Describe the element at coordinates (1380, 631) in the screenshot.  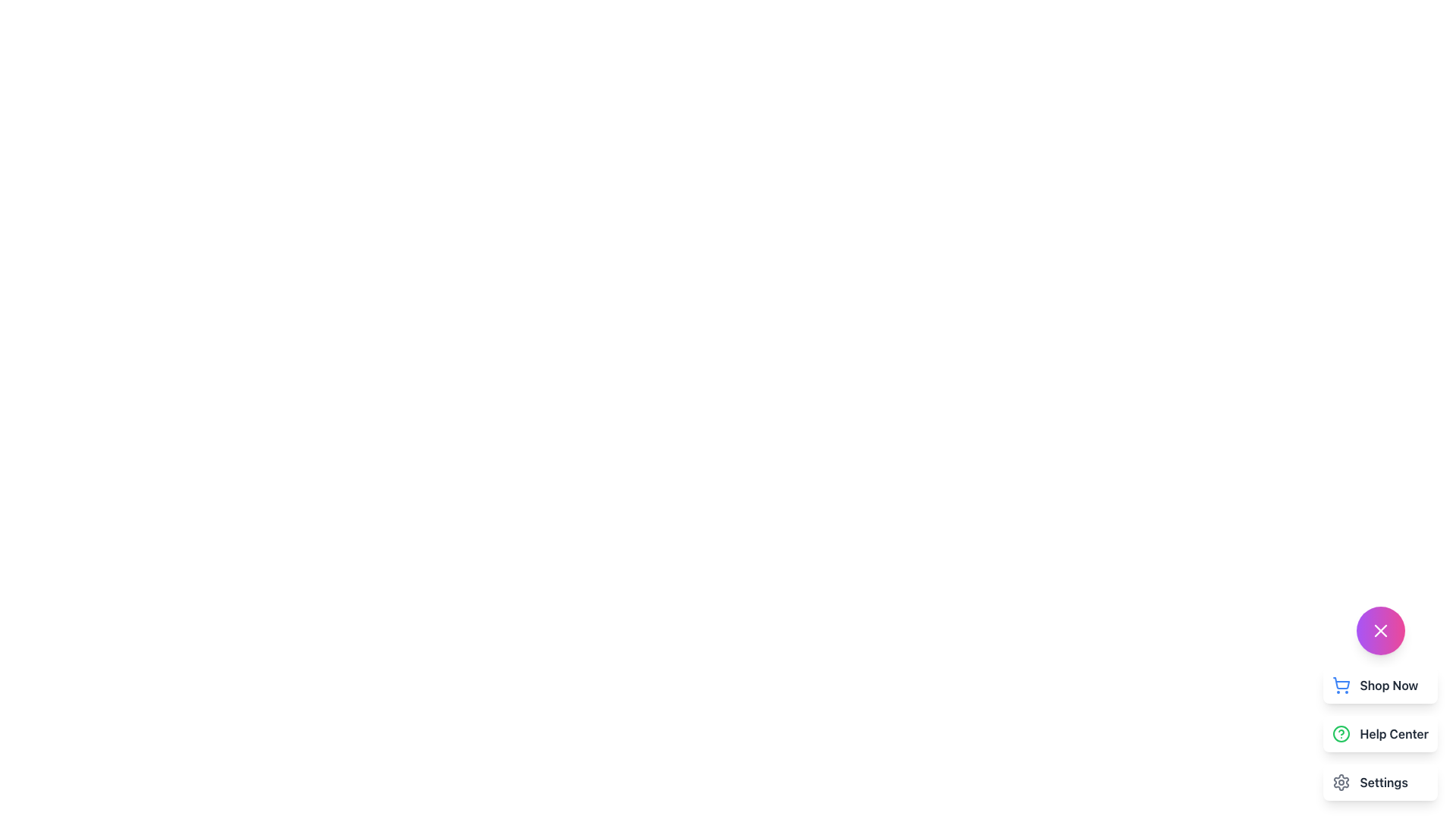
I see `the 'X' icon located in the bottom-right corner of the interface` at that location.